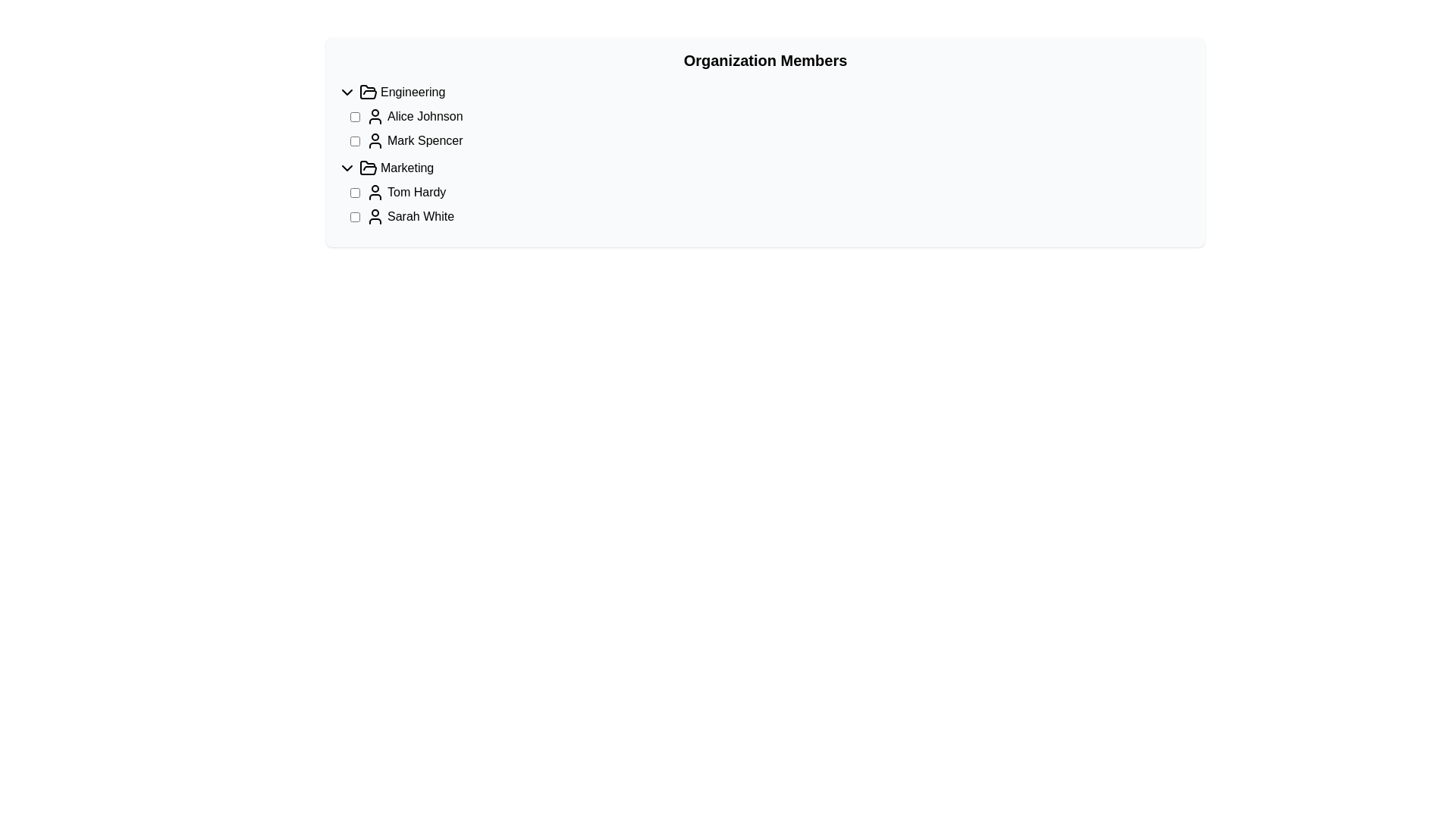  What do you see at coordinates (354, 192) in the screenshot?
I see `the checkbox next to 'Tom Hardy'` at bounding box center [354, 192].